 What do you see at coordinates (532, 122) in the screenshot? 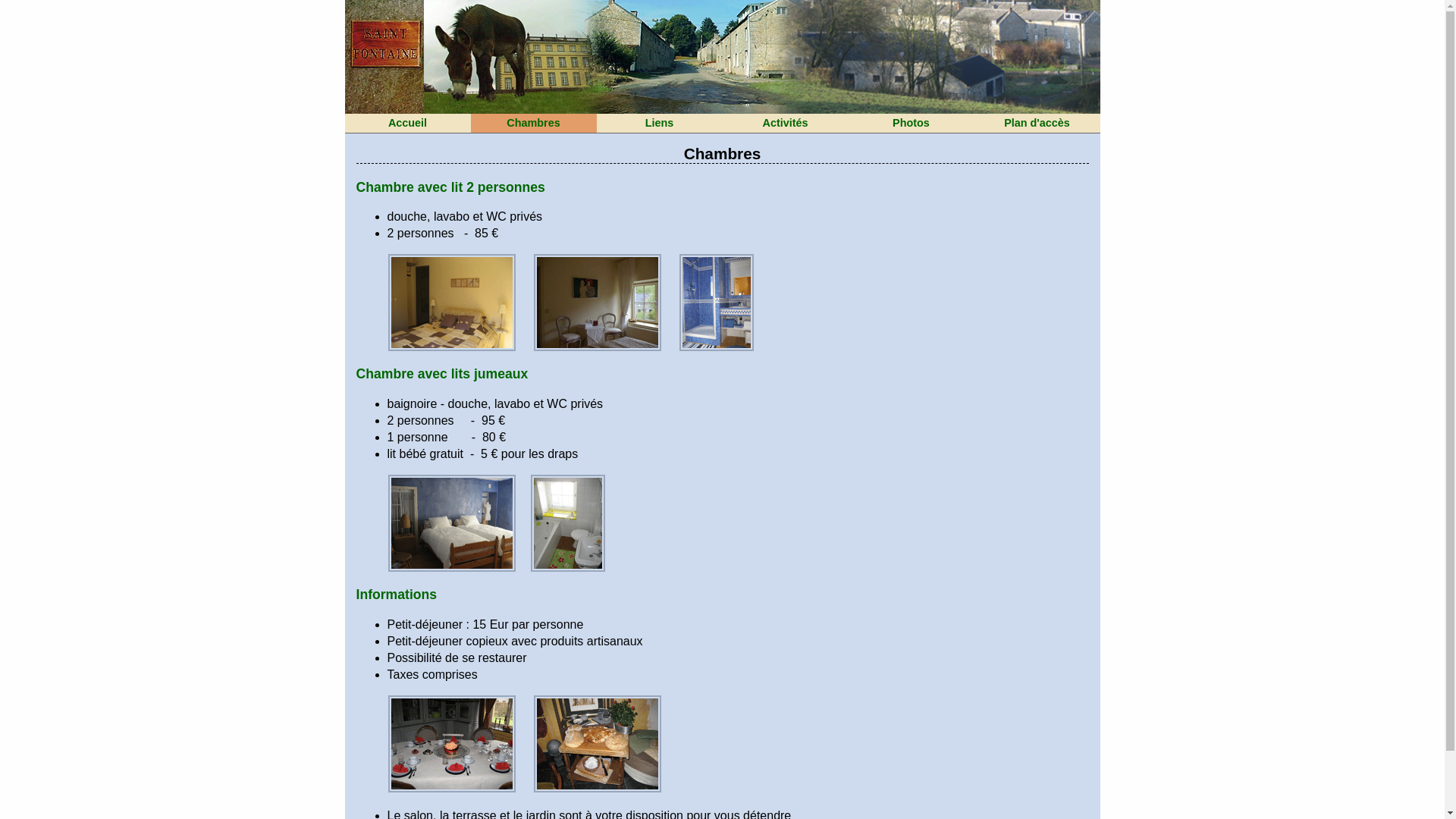
I see `'Chambres'` at bounding box center [532, 122].